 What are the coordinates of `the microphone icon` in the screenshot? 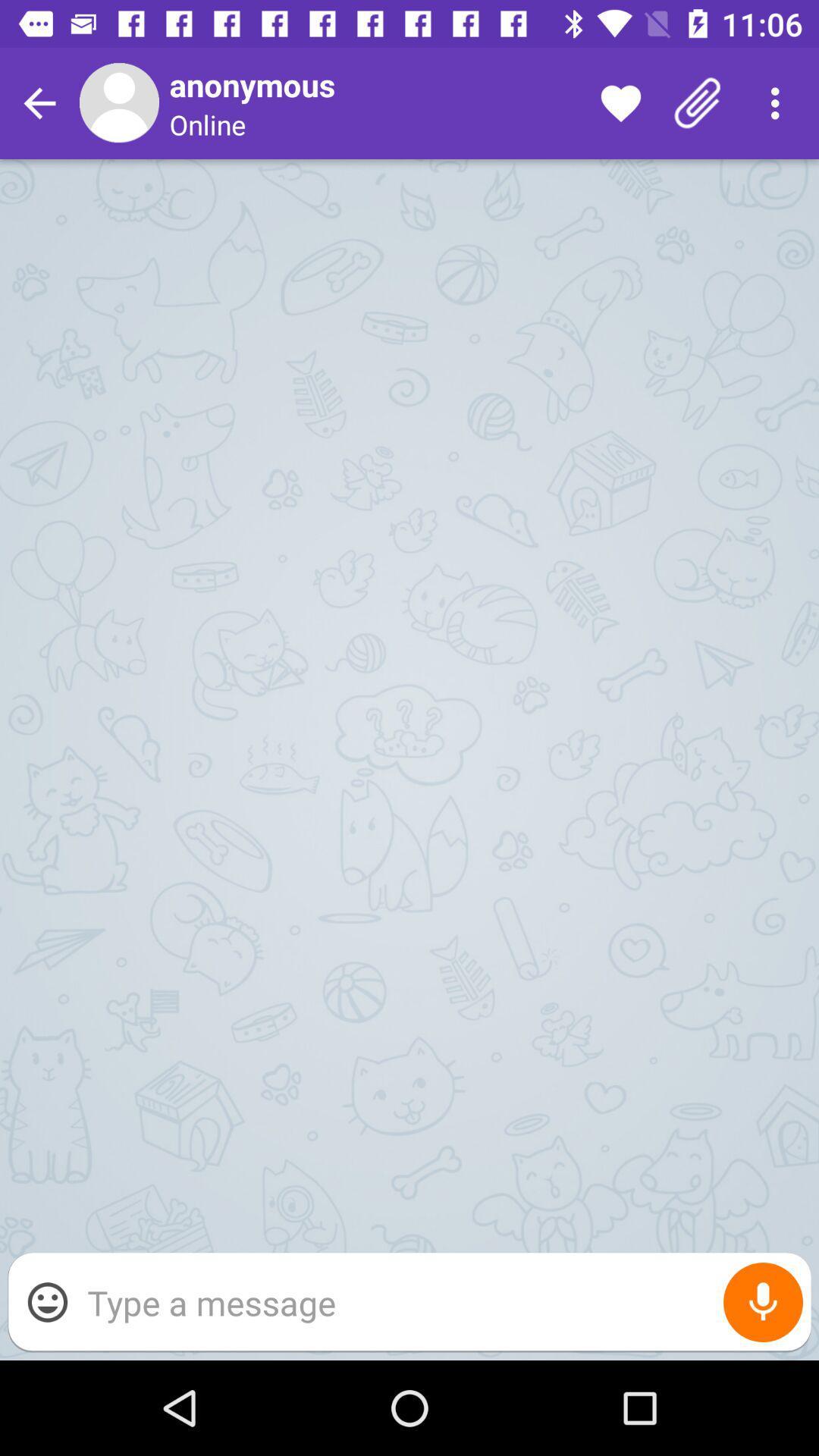 It's located at (763, 1301).